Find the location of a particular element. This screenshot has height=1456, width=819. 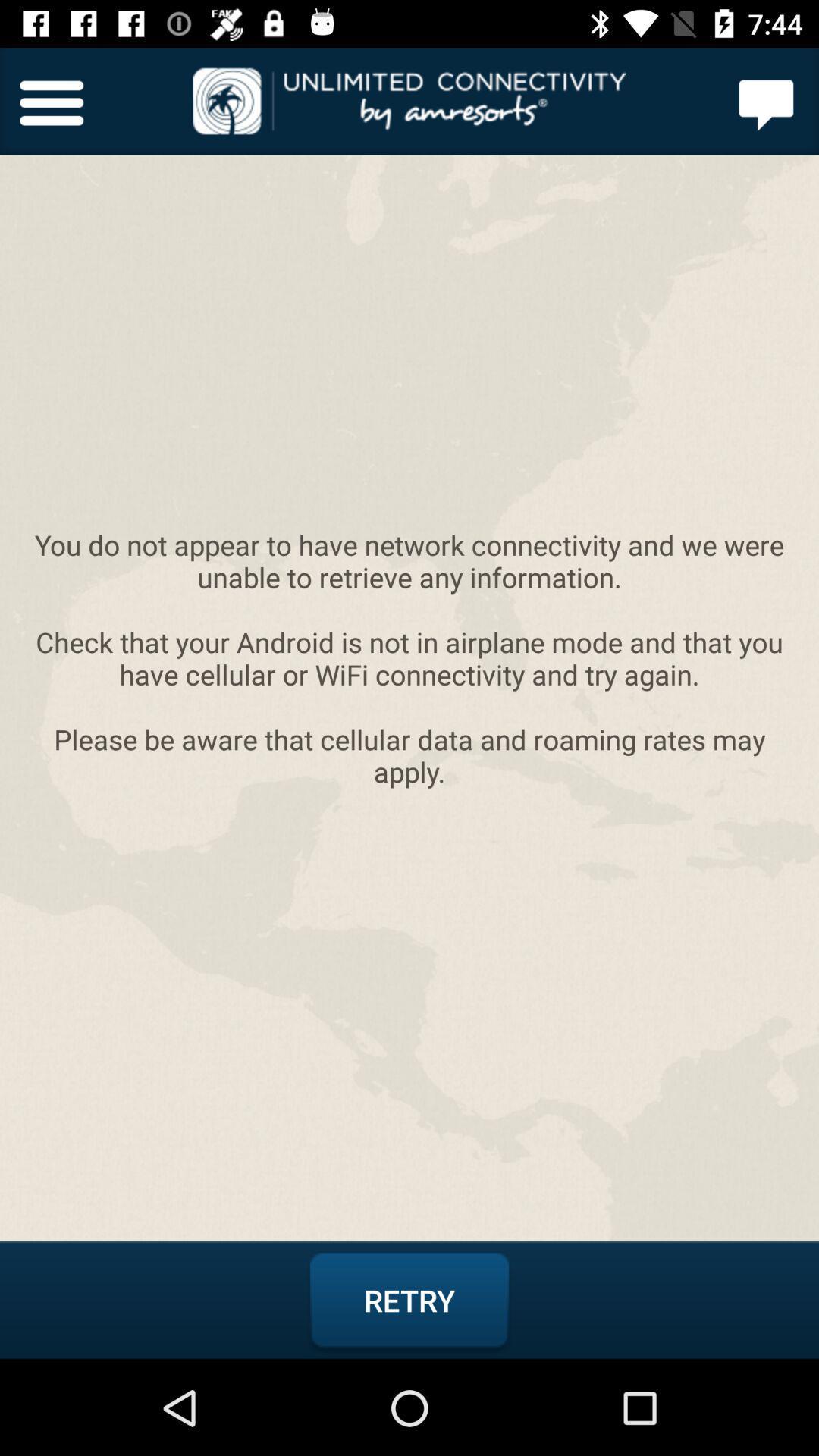

retry is located at coordinates (409, 1300).